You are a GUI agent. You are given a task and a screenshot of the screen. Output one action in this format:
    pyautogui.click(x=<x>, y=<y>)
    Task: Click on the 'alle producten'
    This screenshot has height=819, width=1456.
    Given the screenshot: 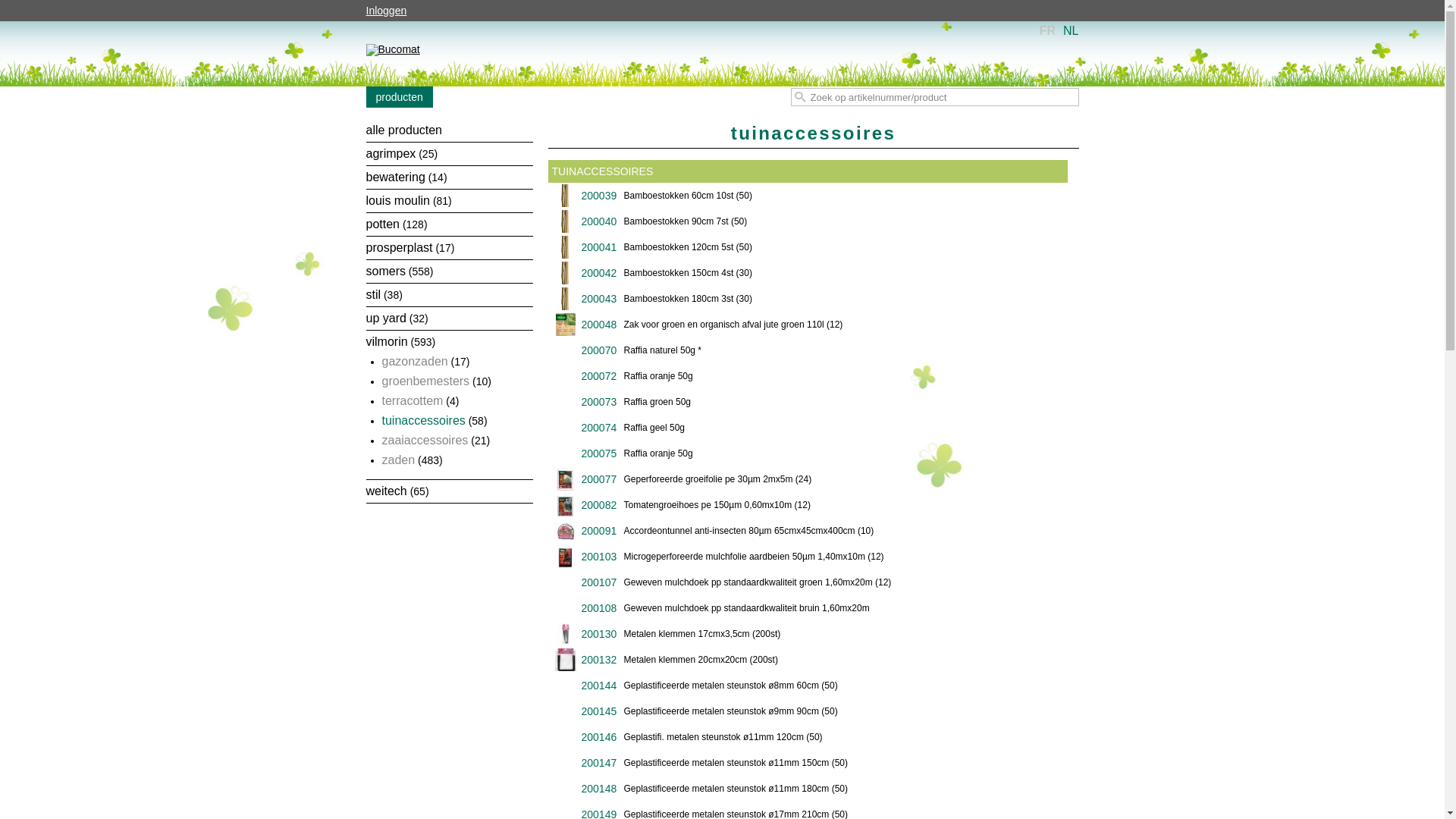 What is the action you would take?
    pyautogui.click(x=403, y=129)
    